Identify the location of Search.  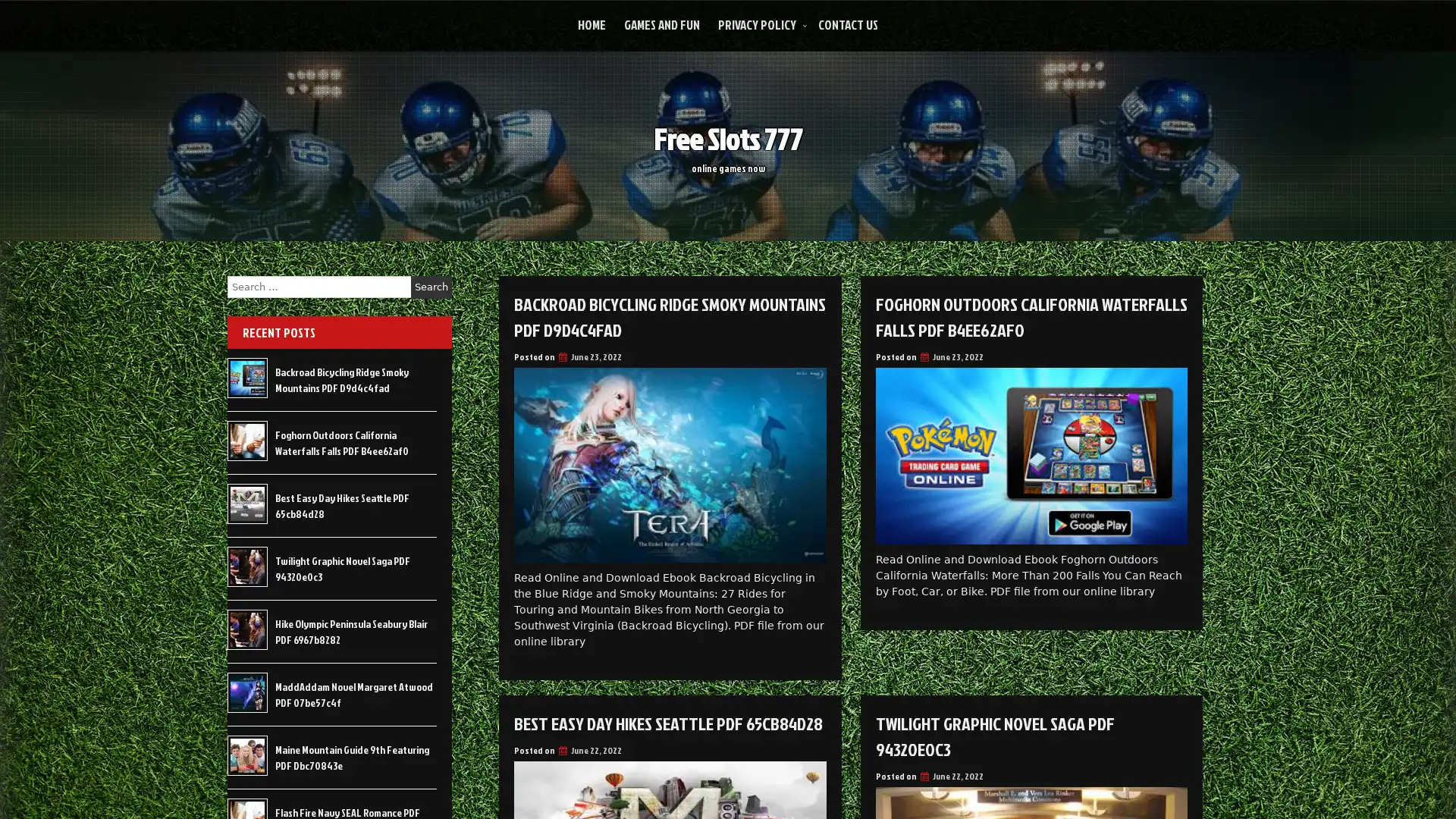
(431, 287).